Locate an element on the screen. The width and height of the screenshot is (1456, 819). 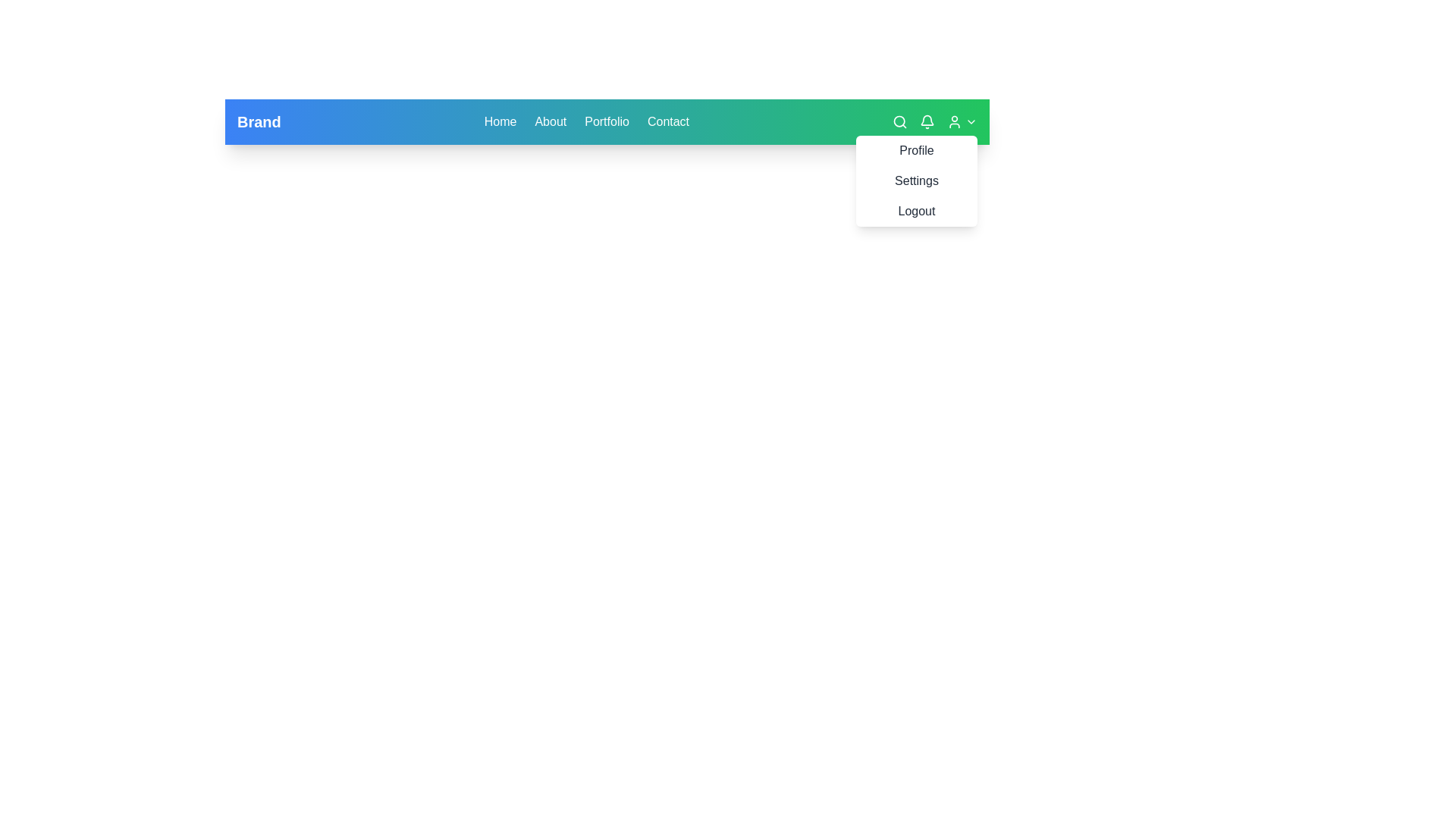
the 'Contact' hyperlink in the top-right navigation to underline it is located at coordinates (667, 121).